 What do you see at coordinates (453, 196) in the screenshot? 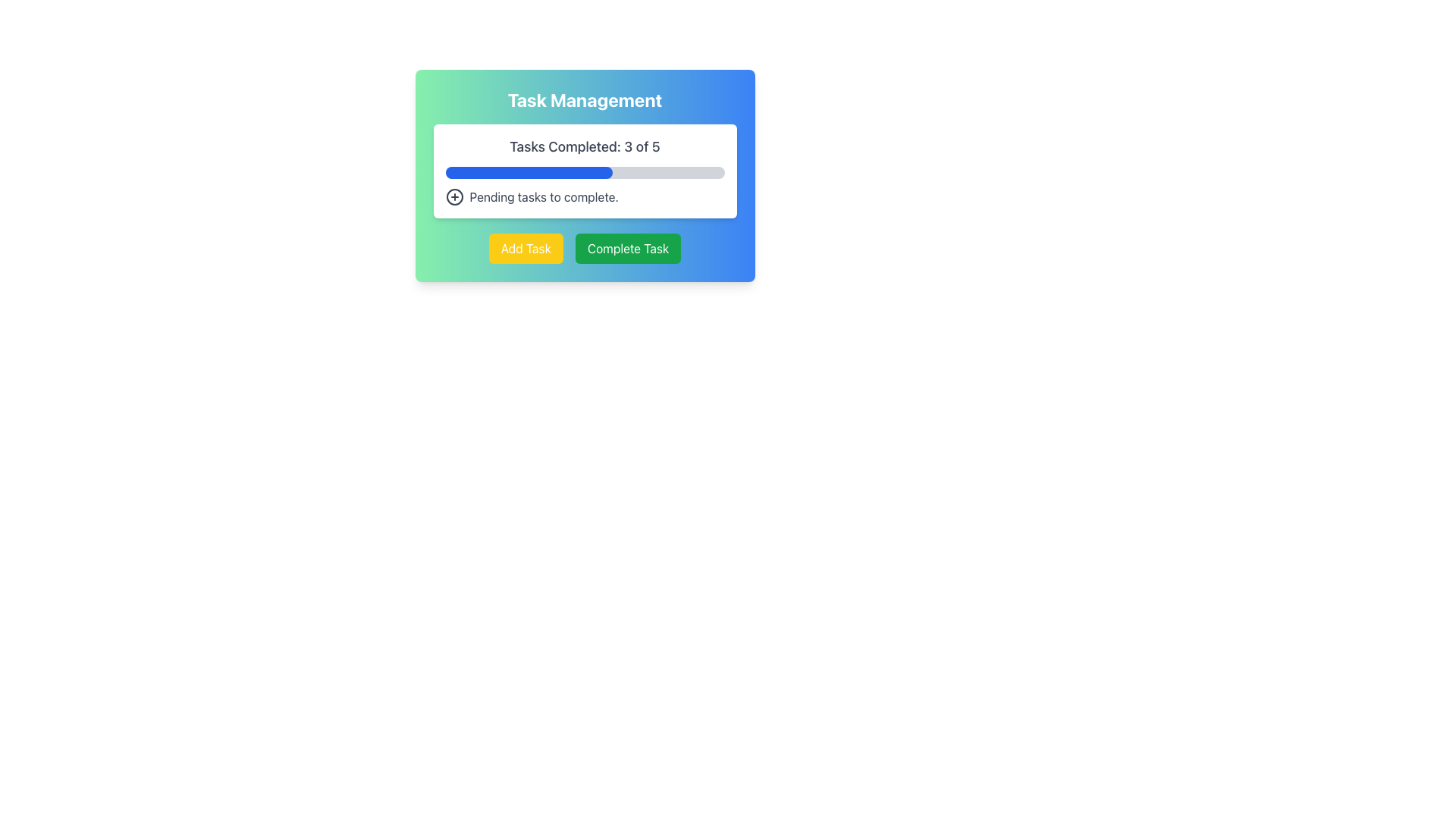
I see `the circular icon with a plus sign, which is located before the text 'Pending tasks to complete.'` at bounding box center [453, 196].